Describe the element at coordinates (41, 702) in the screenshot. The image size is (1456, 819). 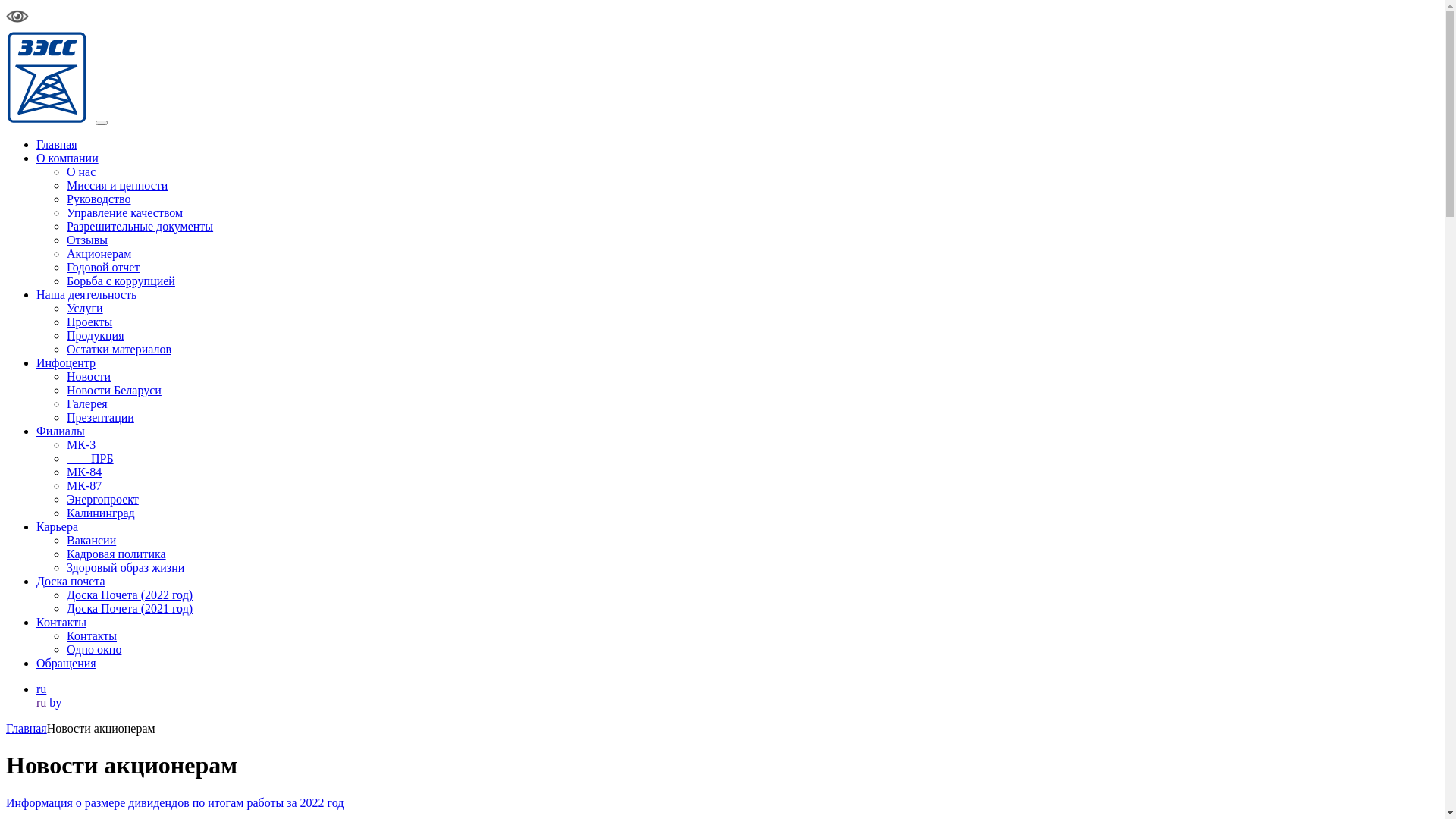
I see `'ru'` at that location.